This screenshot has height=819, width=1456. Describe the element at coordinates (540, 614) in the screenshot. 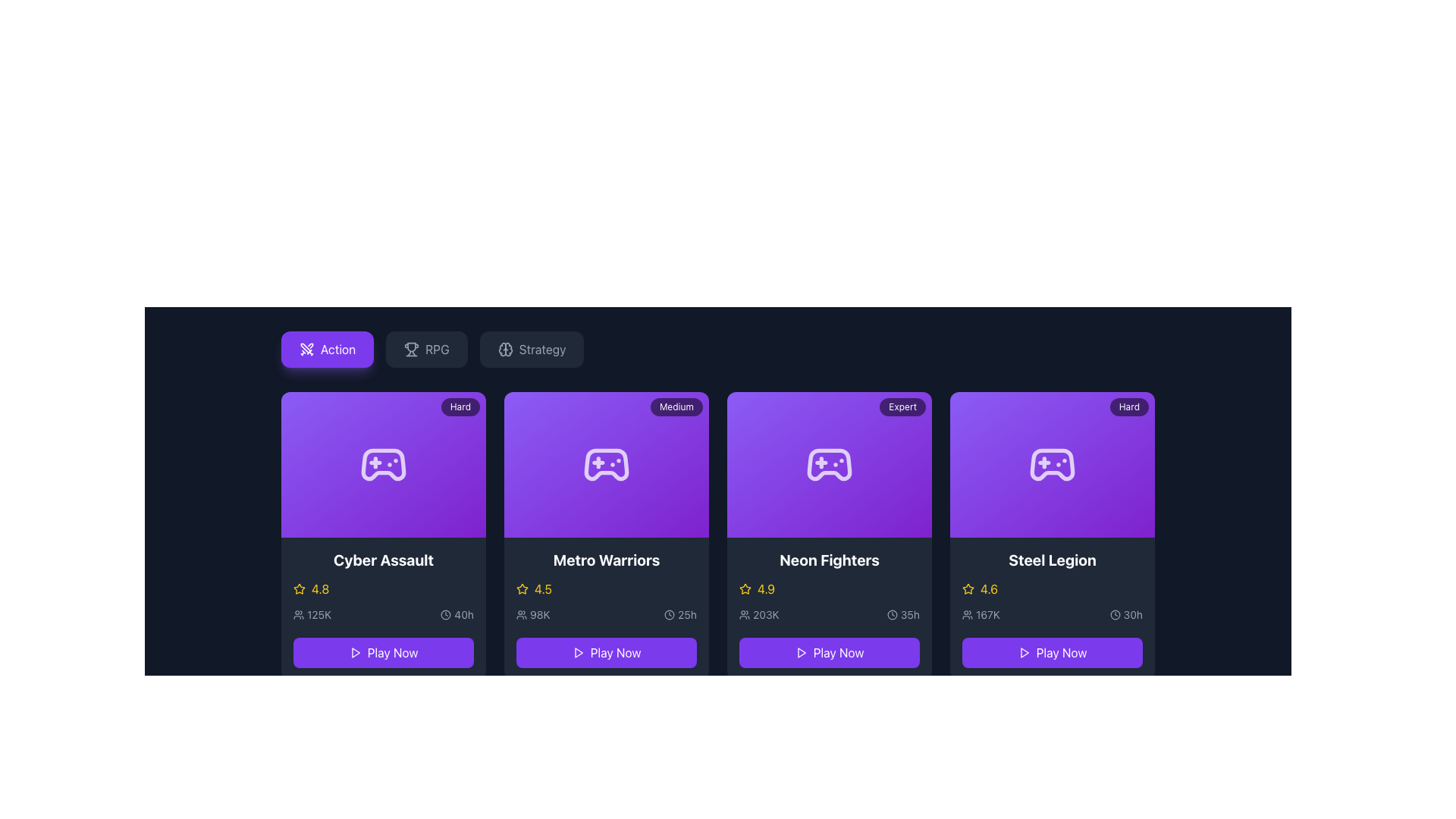

I see `the static text displaying '98K' located in the lower half of the 'Metro Warriors' card` at that location.